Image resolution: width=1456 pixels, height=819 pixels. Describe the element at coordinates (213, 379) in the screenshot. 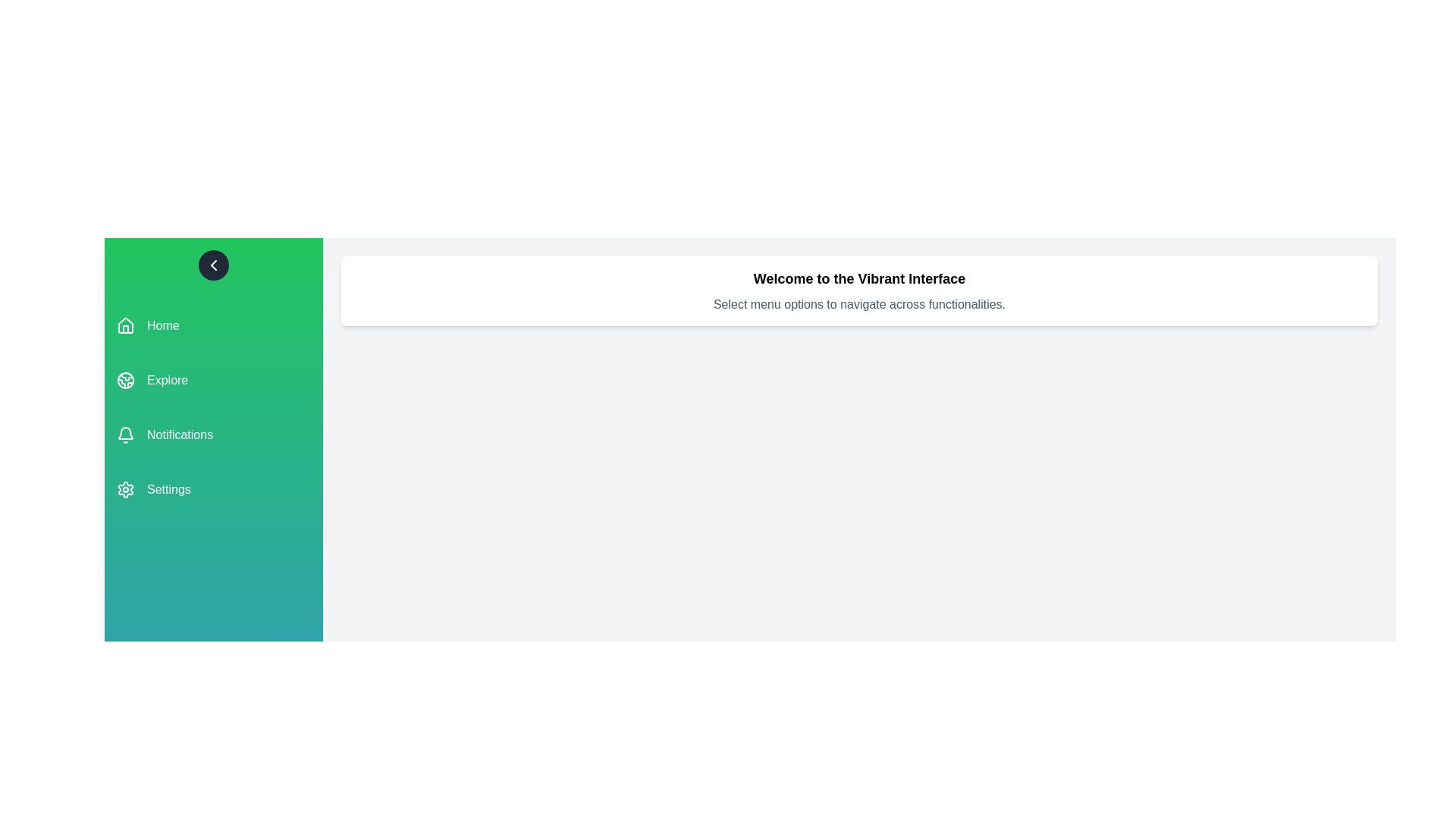

I see `the menu item Explore to view its hover effect` at that location.